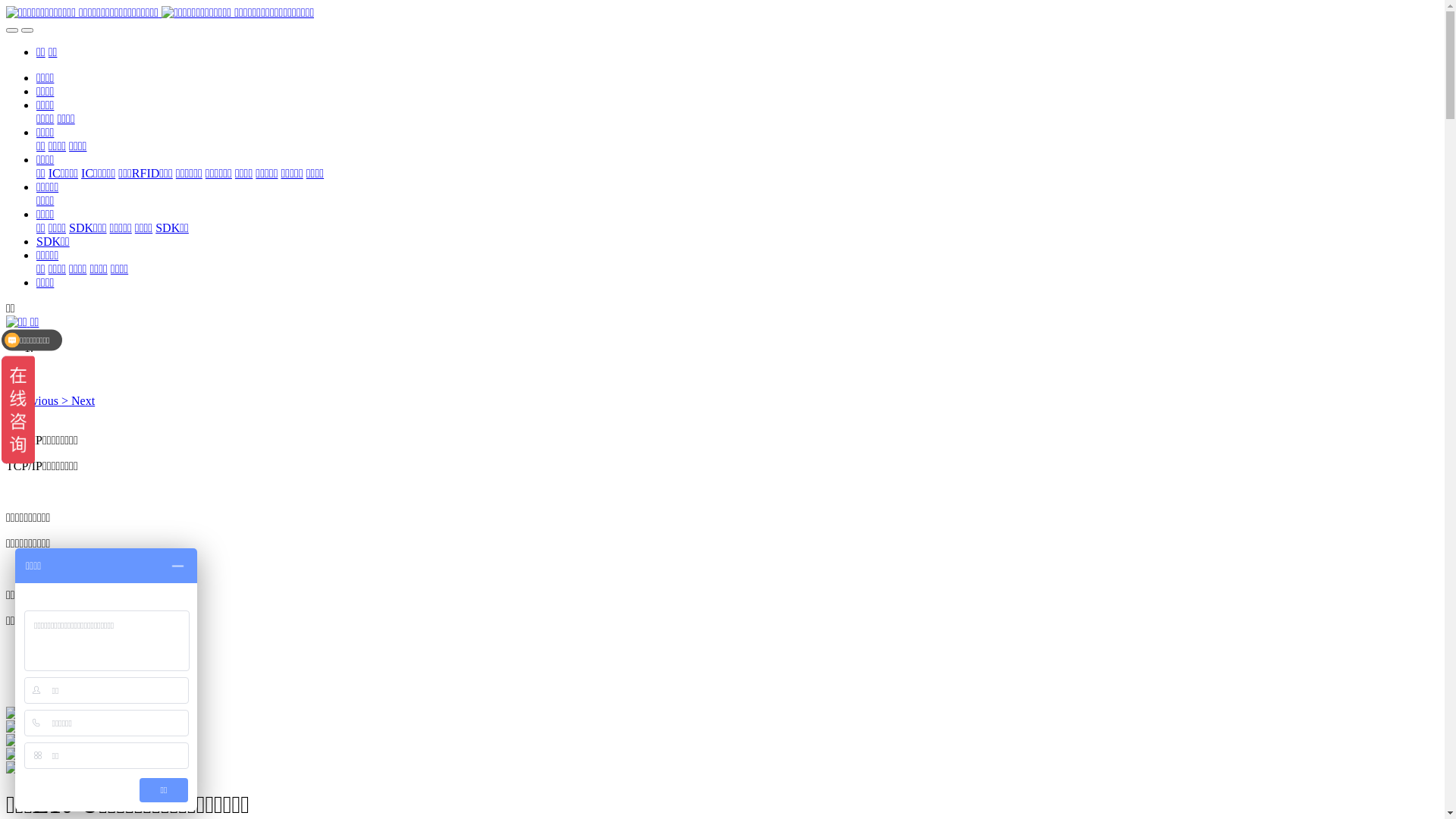 The height and width of the screenshot is (819, 1456). Describe the element at coordinates (77, 400) in the screenshot. I see `'> Next'` at that location.